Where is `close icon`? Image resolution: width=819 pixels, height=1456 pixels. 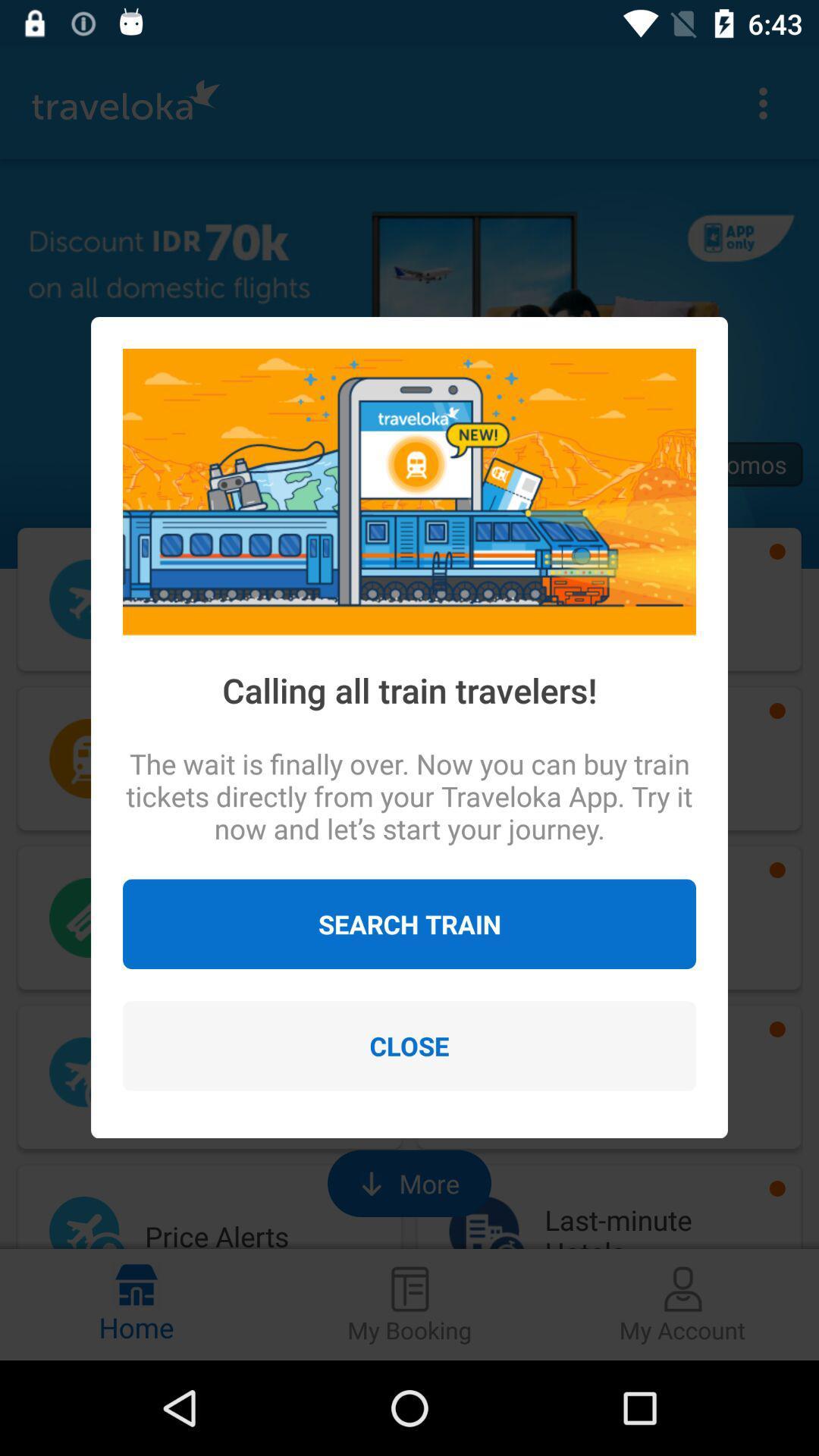 close icon is located at coordinates (409, 1045).